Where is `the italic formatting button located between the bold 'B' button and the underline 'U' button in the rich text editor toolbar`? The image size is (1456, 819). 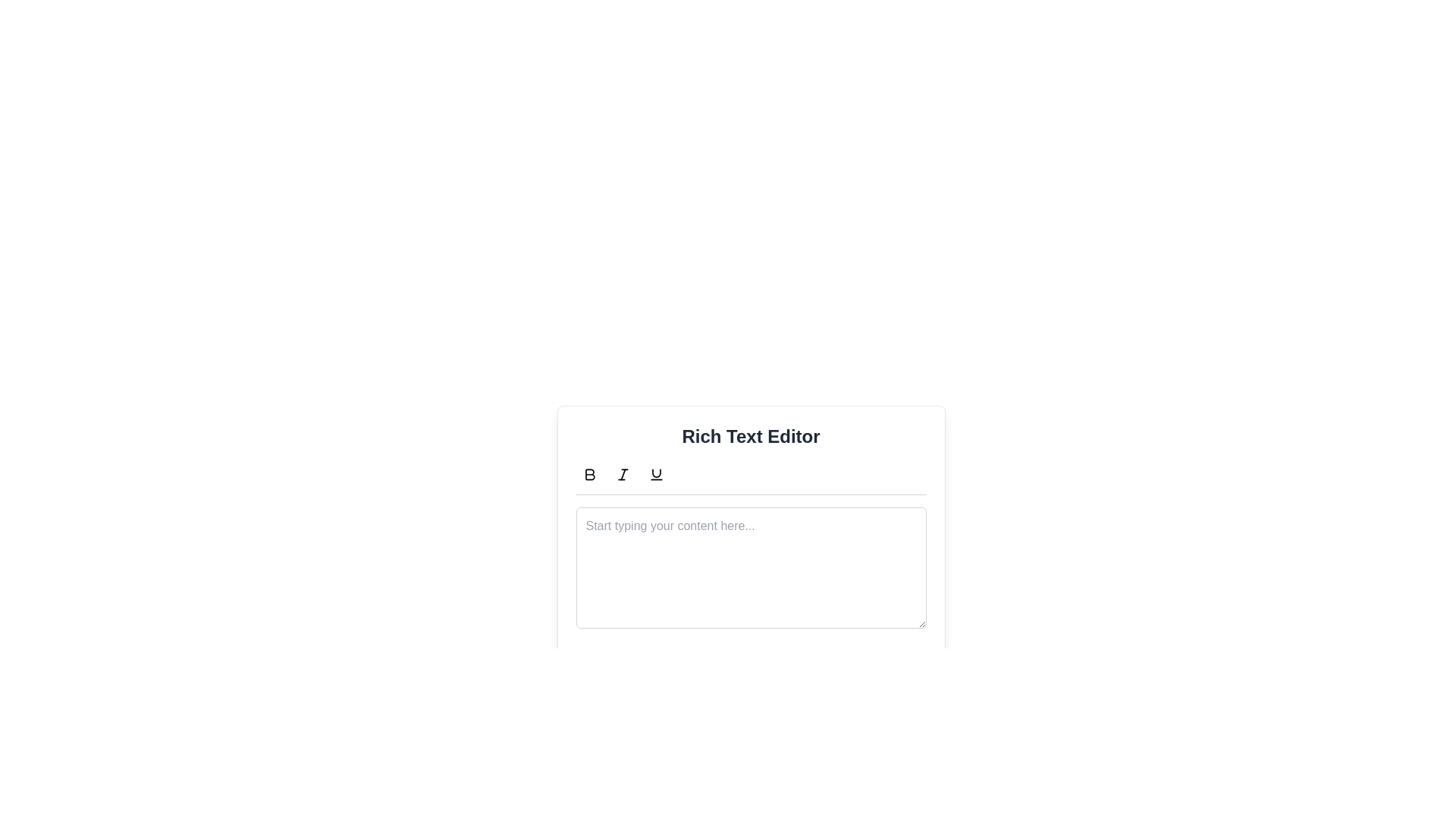
the italic formatting button located between the bold 'B' button and the underline 'U' button in the rich text editor toolbar is located at coordinates (623, 473).